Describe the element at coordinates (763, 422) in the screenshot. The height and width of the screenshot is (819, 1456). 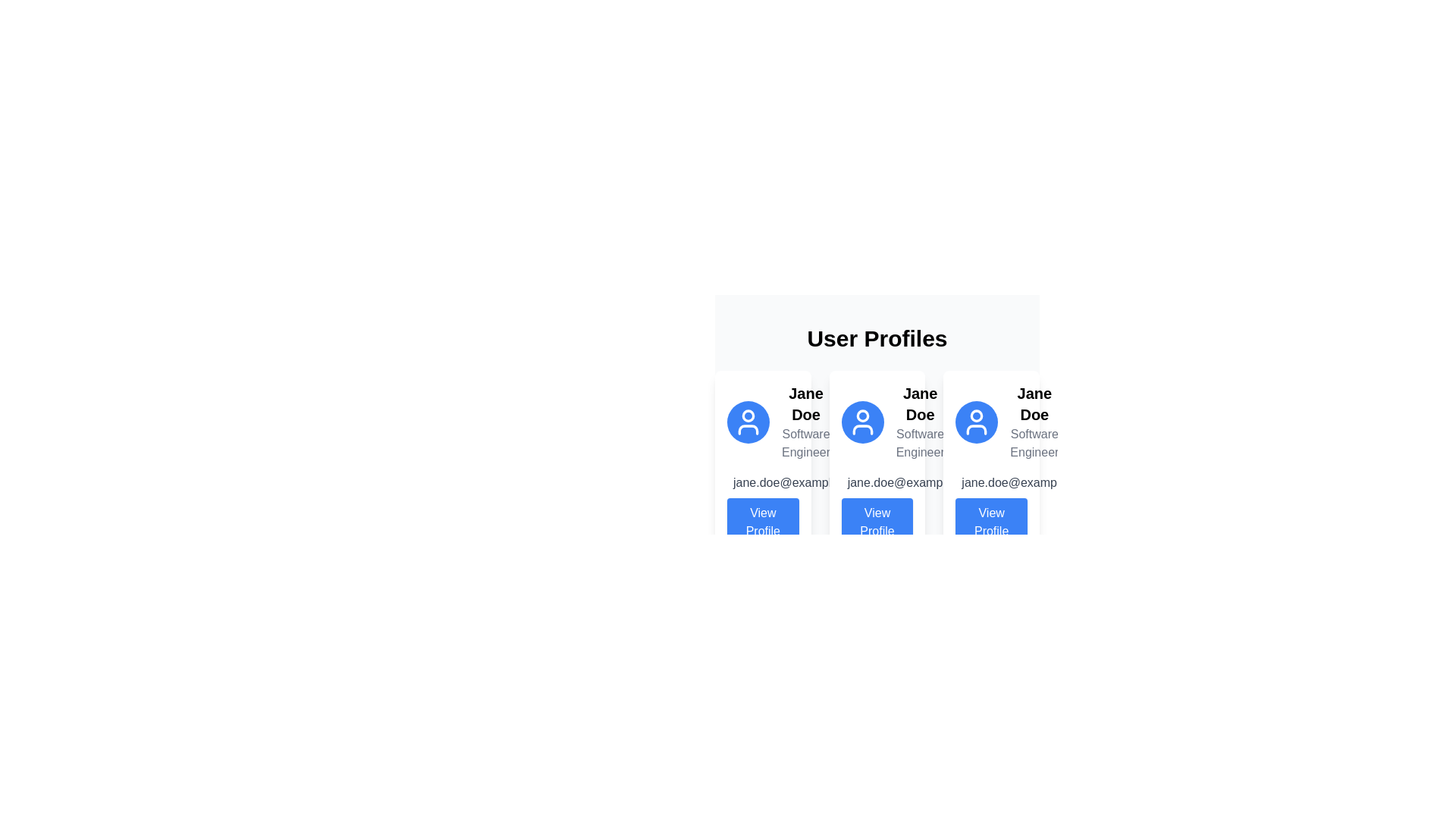
I see `the Profile Display Block containing the user profile summary of 'Jane Doe', which features a circular blue icon with a silhouette on the left and text on the right` at that location.